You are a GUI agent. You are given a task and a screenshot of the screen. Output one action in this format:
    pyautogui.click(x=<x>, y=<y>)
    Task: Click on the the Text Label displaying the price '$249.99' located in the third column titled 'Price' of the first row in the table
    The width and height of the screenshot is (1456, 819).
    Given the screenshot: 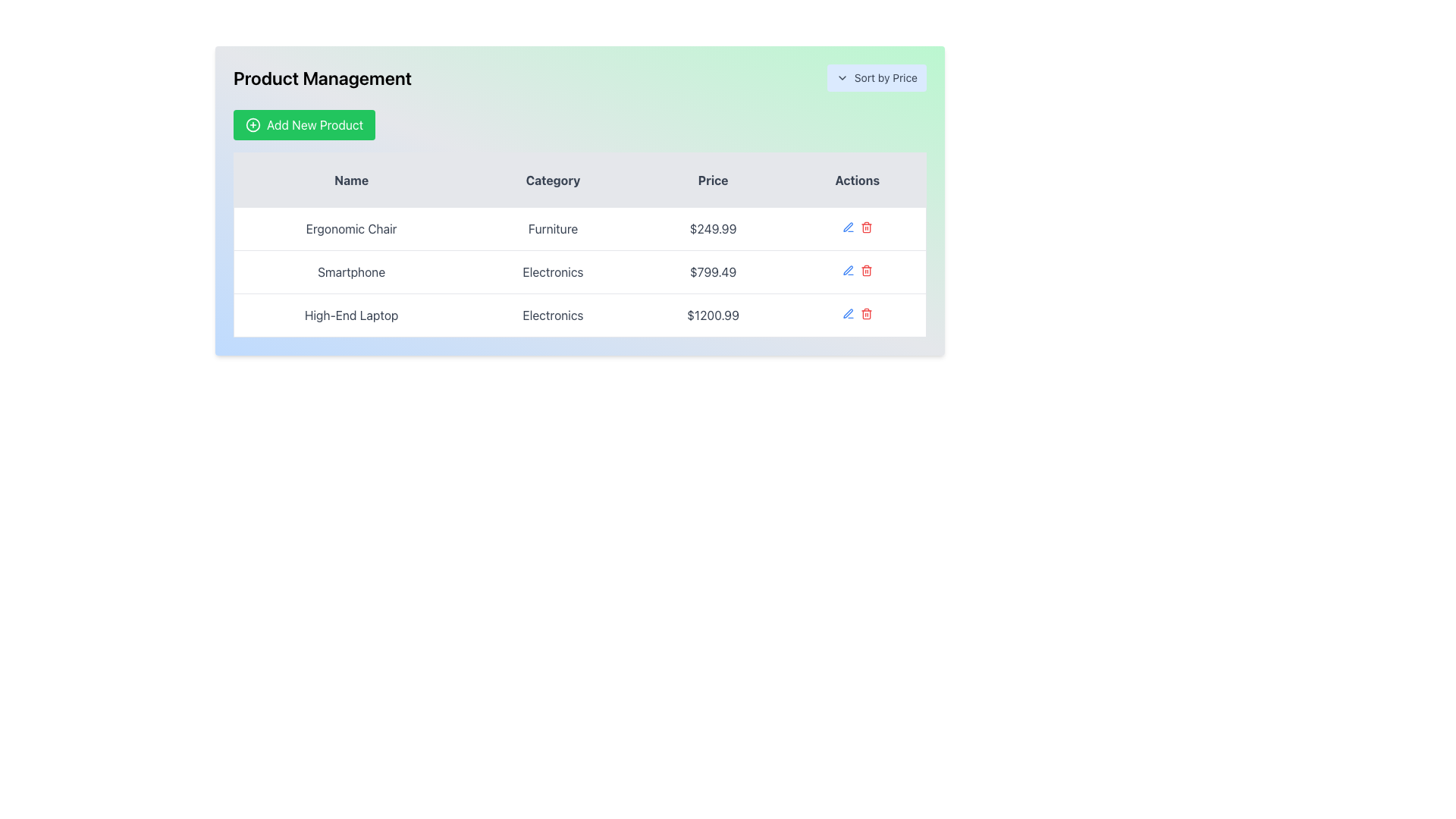 What is the action you would take?
    pyautogui.click(x=712, y=229)
    